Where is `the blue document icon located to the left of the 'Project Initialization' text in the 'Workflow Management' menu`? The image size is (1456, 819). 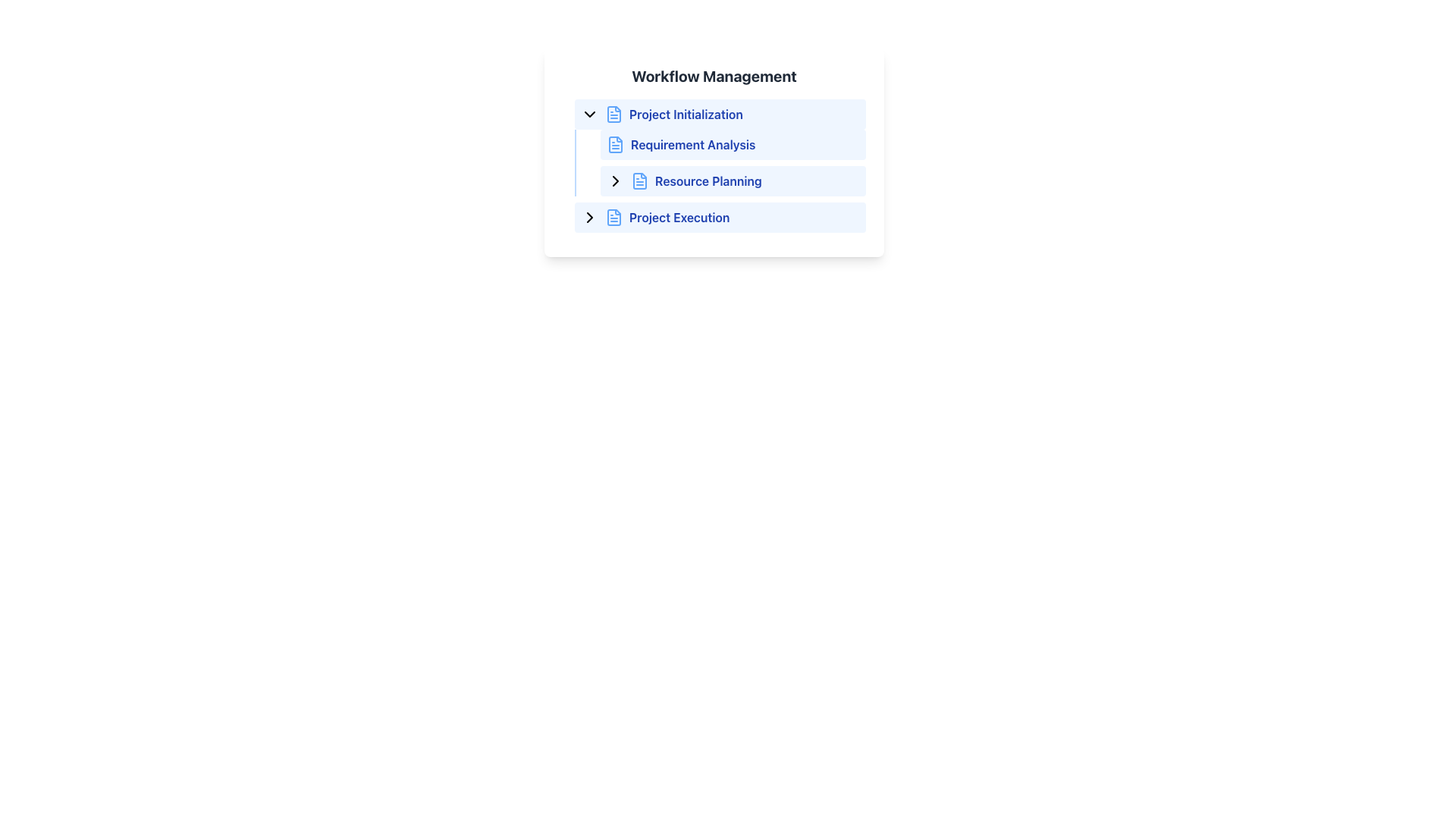 the blue document icon located to the left of the 'Project Initialization' text in the 'Workflow Management' menu is located at coordinates (614, 113).